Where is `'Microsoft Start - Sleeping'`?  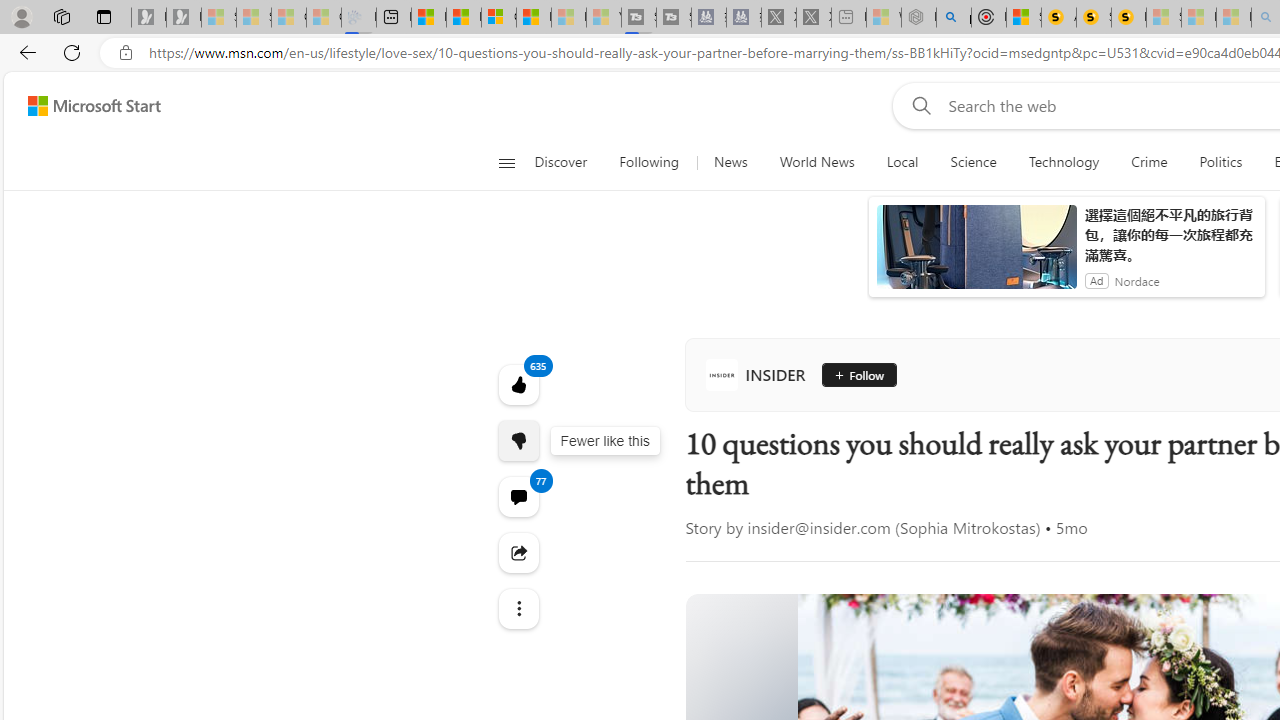 'Microsoft Start - Sleeping' is located at coordinates (567, 17).